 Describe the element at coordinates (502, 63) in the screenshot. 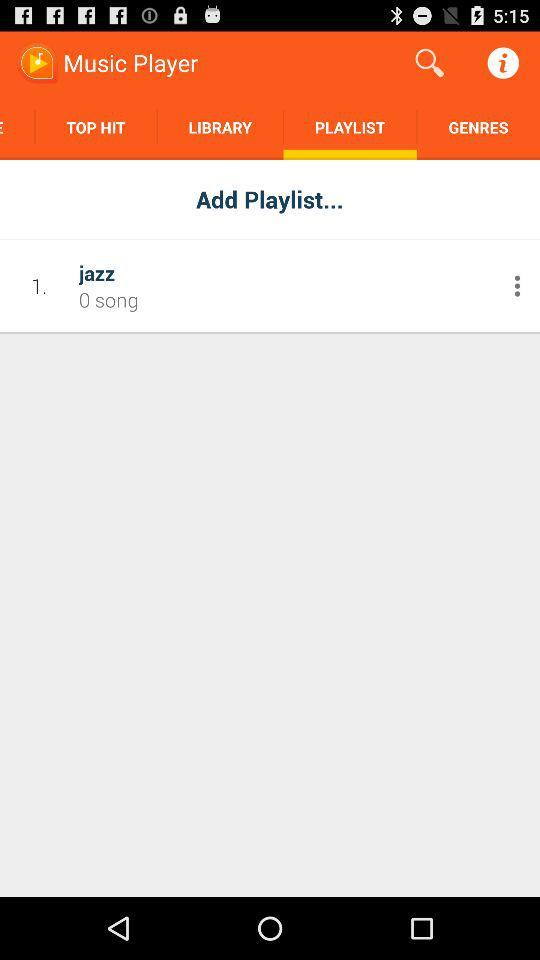

I see `the button on the top right corner of the web page` at that location.